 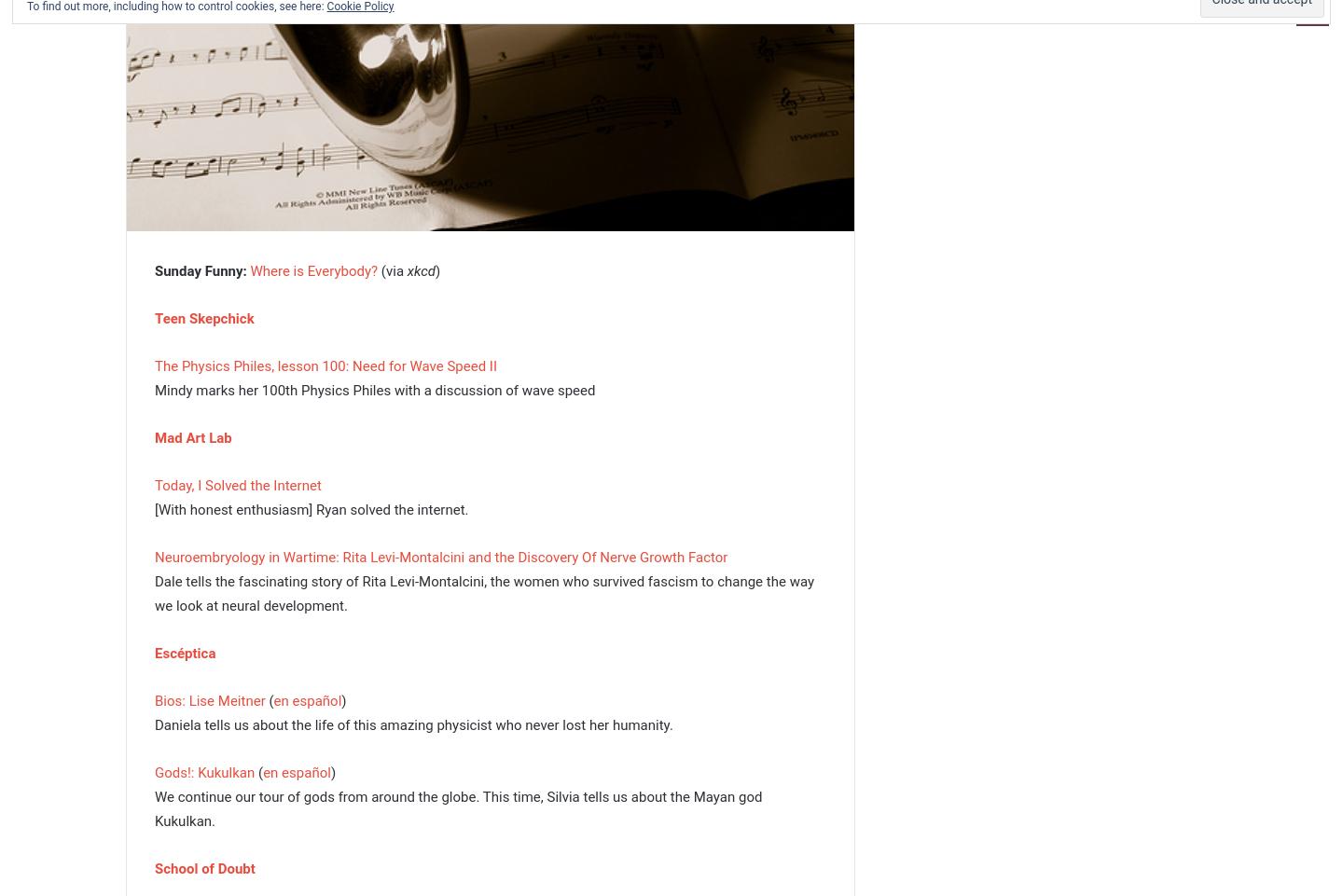 What do you see at coordinates (413, 723) in the screenshot?
I see `'Daniela tells us about the life of this amazing physicist who never lost her humanity.'` at bounding box center [413, 723].